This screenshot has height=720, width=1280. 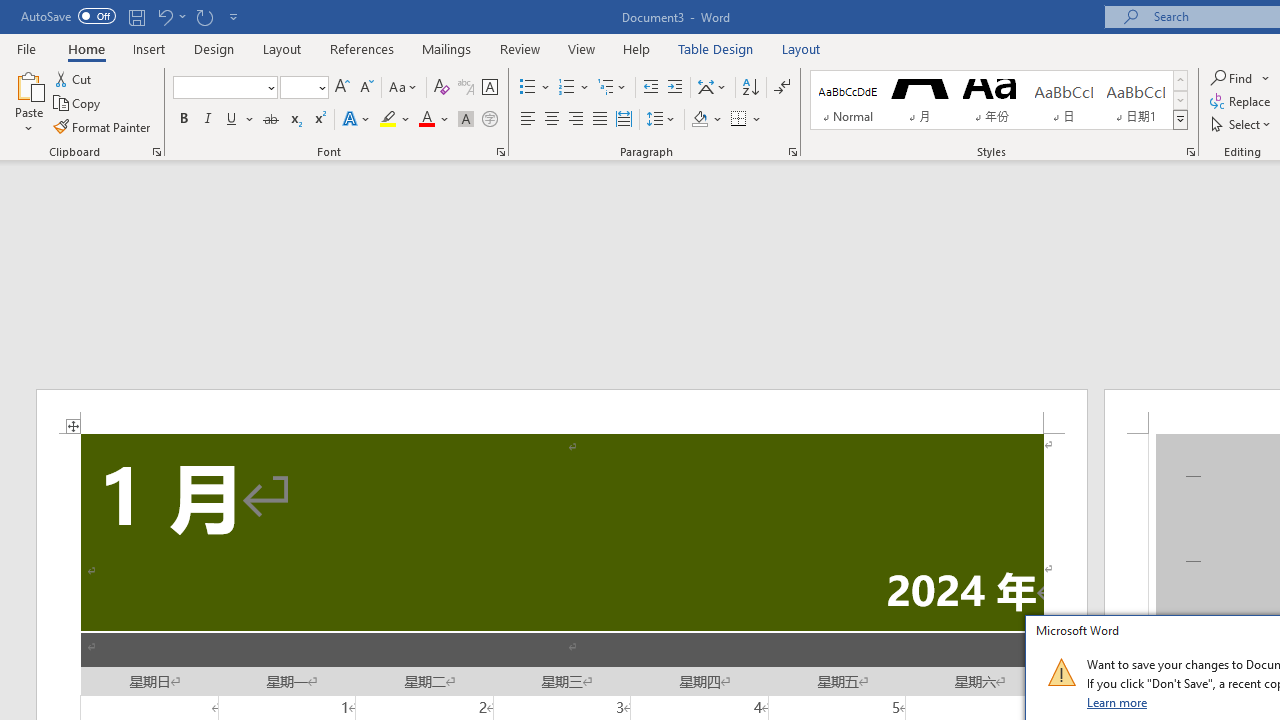 I want to click on 'Shrink Font', so click(x=366, y=86).